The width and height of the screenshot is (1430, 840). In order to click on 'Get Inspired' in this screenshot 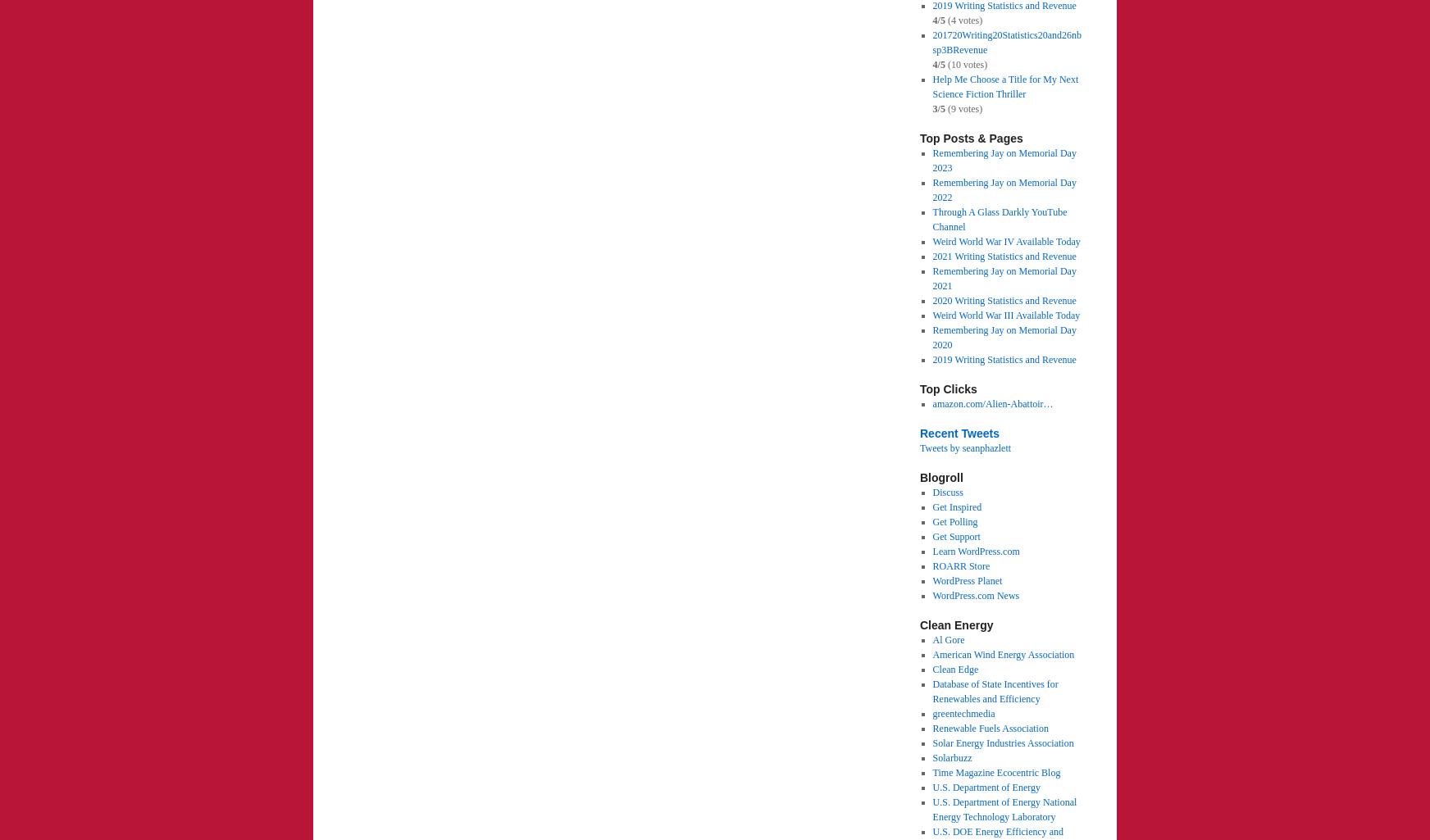, I will do `click(956, 506)`.